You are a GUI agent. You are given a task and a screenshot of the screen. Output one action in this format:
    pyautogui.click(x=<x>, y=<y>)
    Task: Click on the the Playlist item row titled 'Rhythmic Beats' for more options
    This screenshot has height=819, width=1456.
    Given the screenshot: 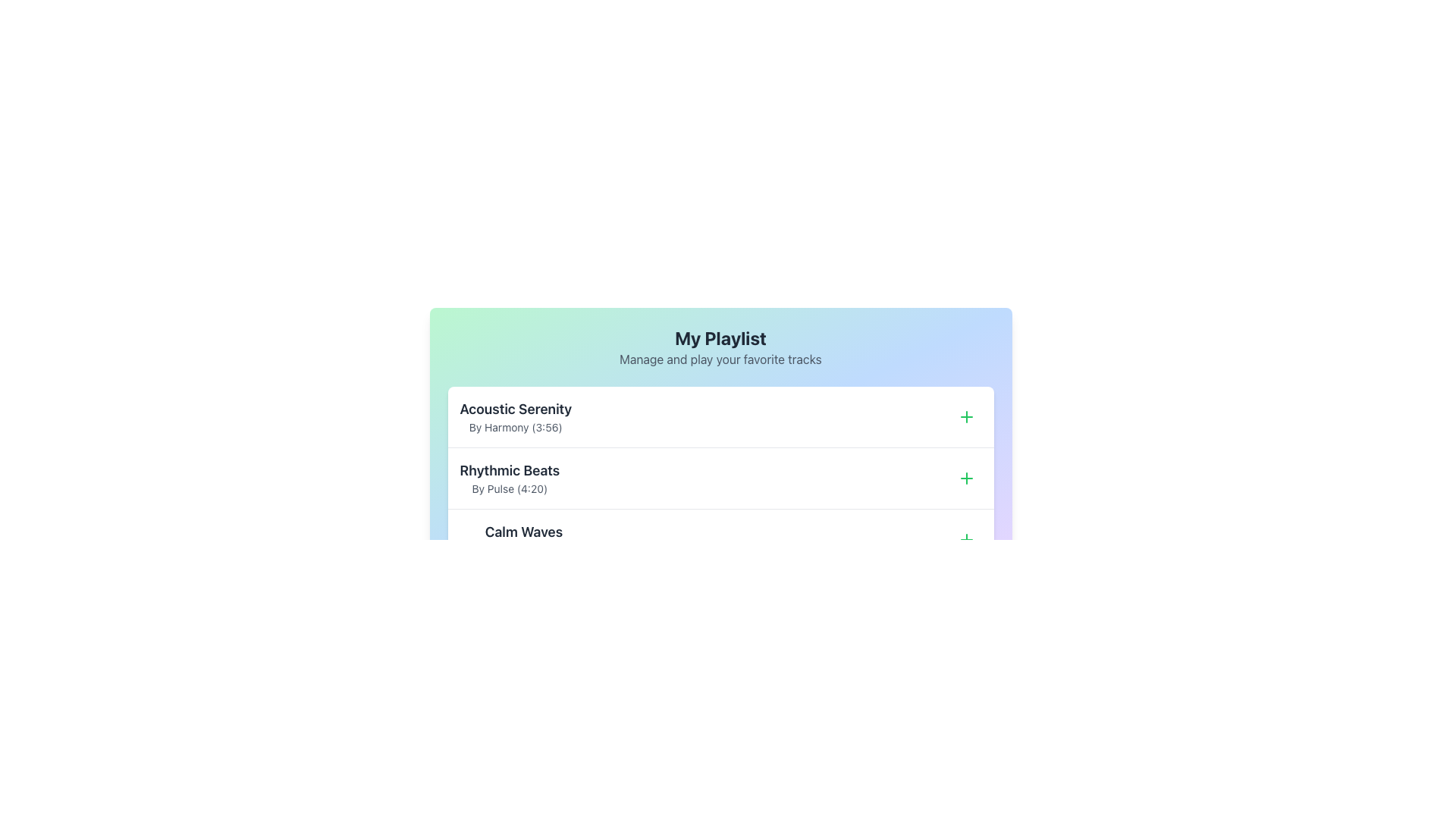 What is the action you would take?
    pyautogui.click(x=720, y=478)
    